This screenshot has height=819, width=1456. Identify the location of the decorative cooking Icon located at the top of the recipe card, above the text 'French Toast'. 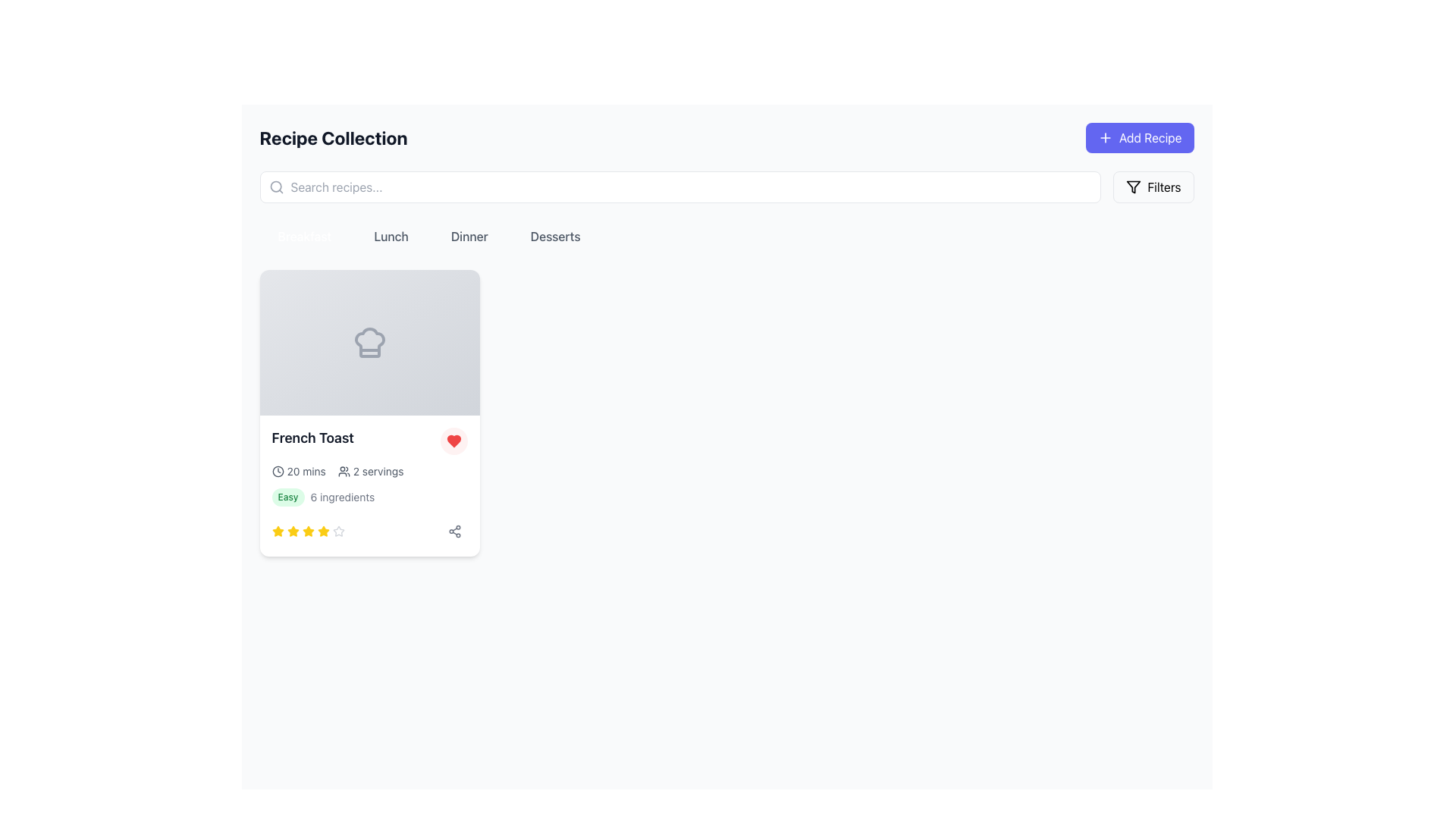
(369, 342).